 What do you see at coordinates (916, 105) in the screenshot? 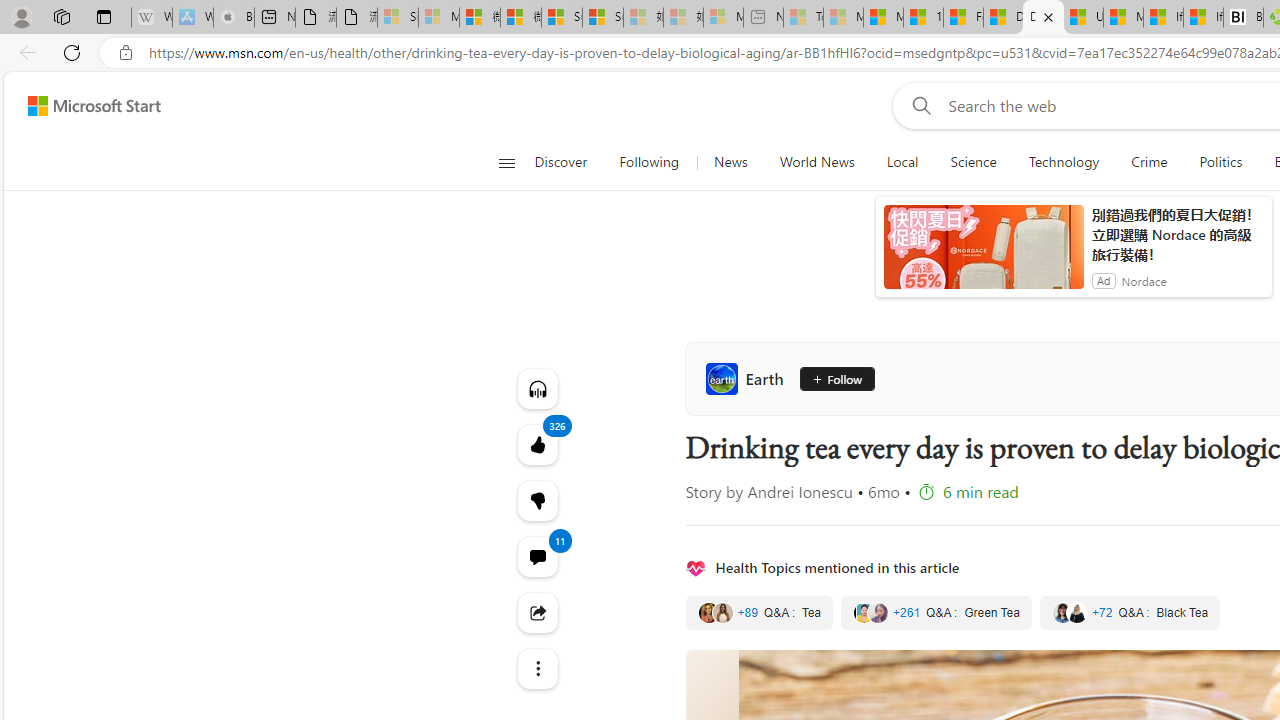
I see `'Web search'` at bounding box center [916, 105].